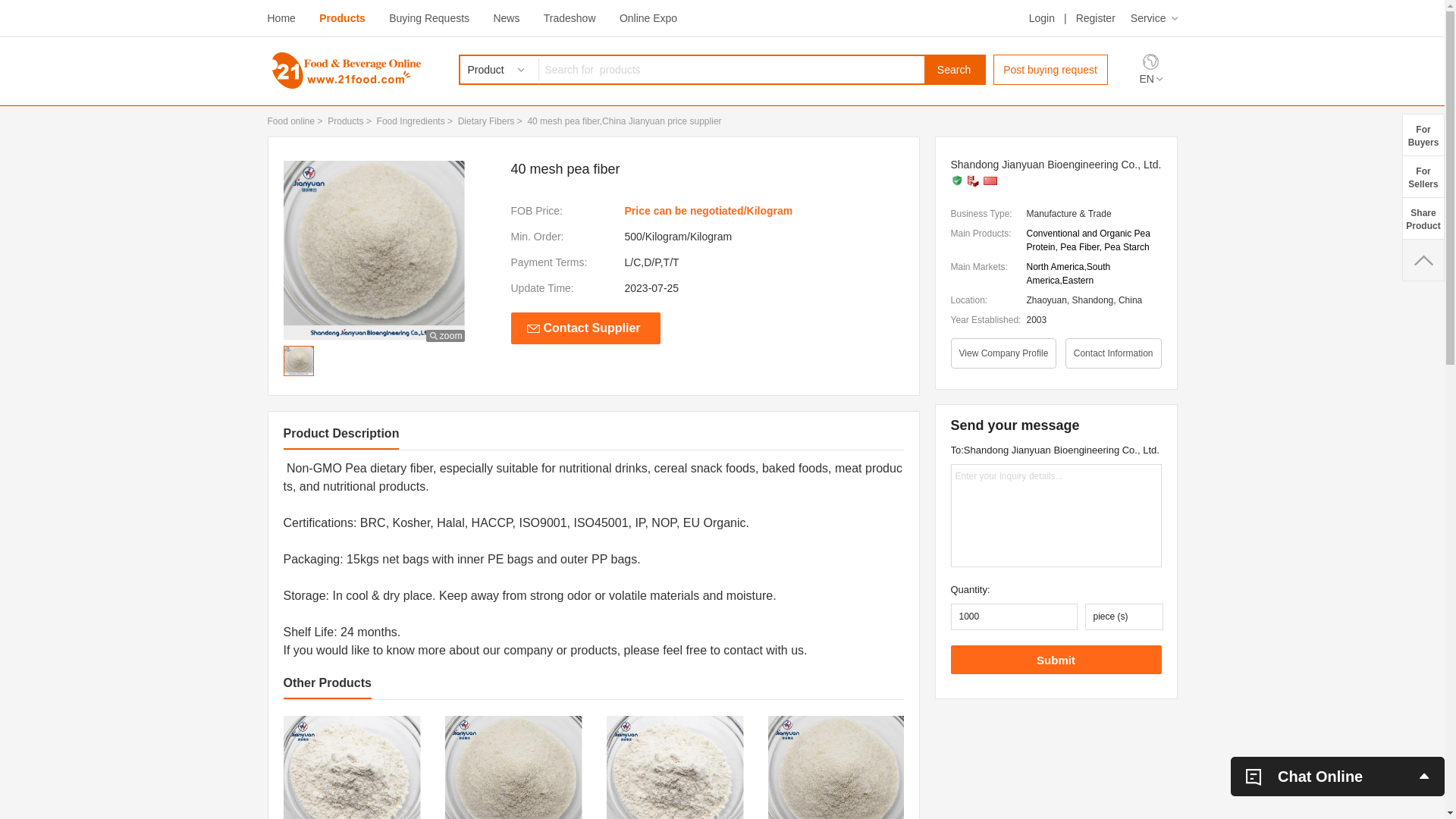  Describe the element at coordinates (1422, 175) in the screenshot. I see `'For` at that location.